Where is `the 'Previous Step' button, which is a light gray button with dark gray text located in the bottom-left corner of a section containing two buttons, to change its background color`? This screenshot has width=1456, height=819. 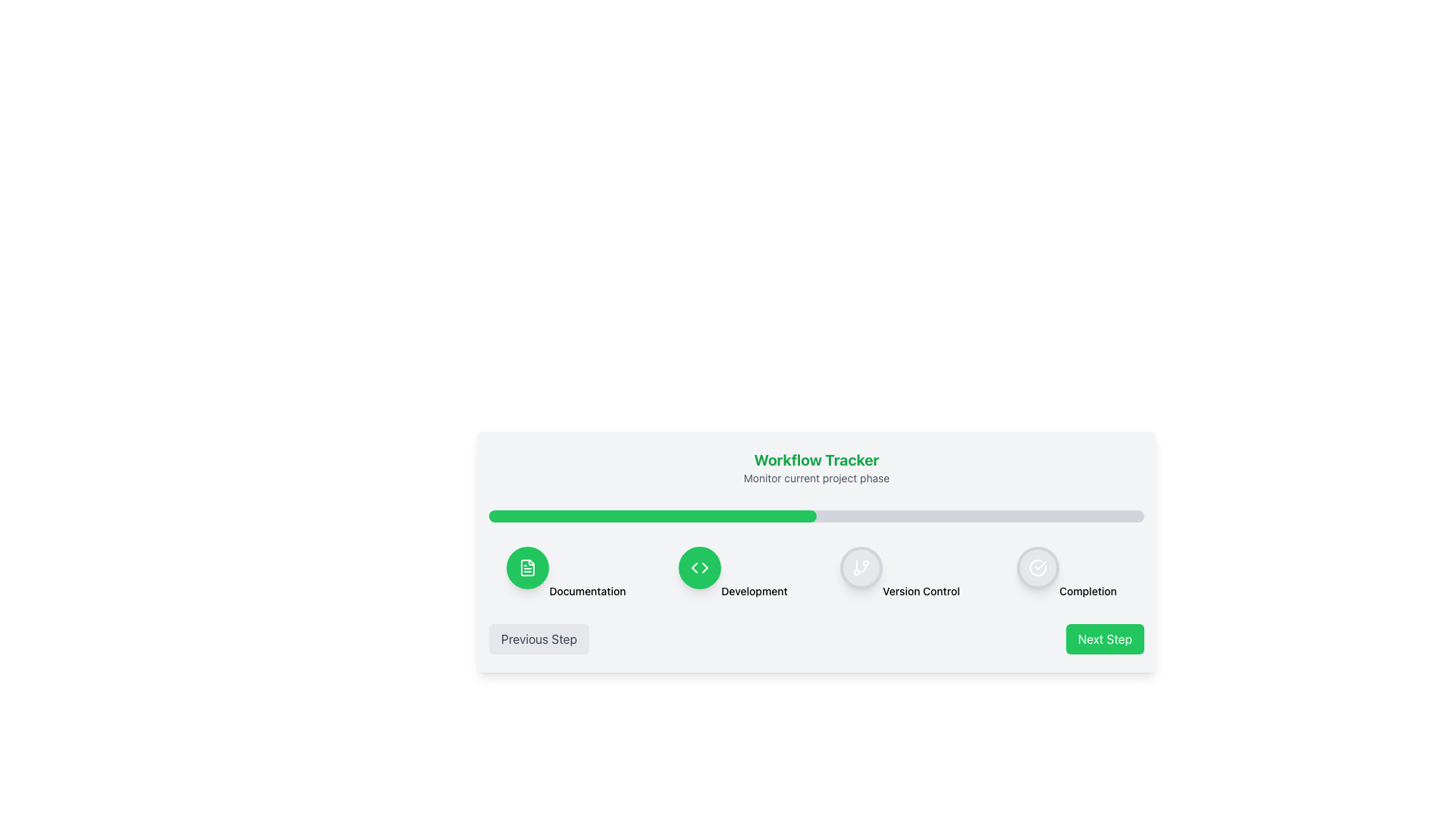 the 'Previous Step' button, which is a light gray button with dark gray text located in the bottom-left corner of a section containing two buttons, to change its background color is located at coordinates (538, 639).